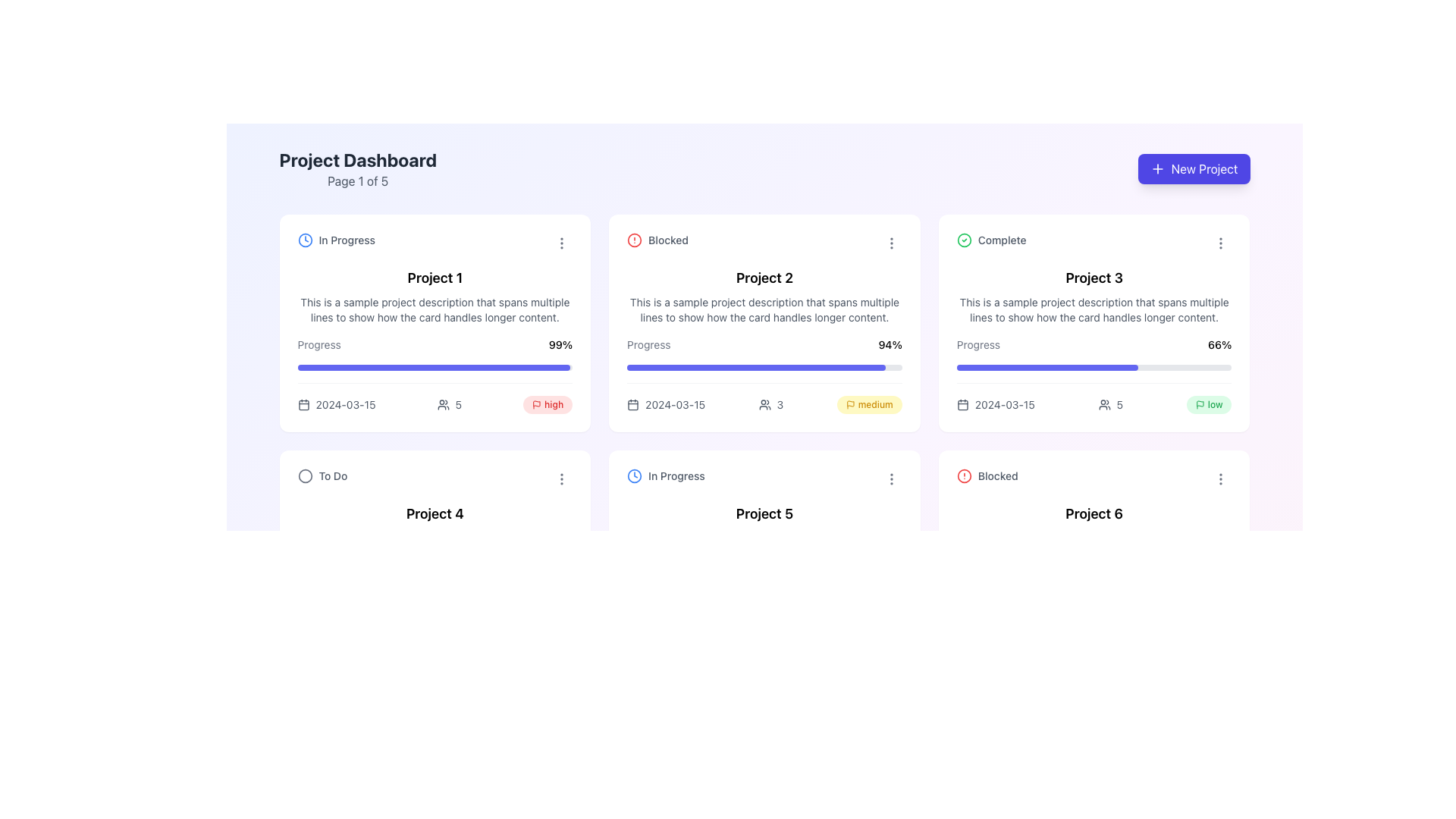  What do you see at coordinates (1094, 368) in the screenshot?
I see `the progress bar indicating 66% completion for 'Project 3' located in the third column of the top row, beneath the 'Progress' label` at bounding box center [1094, 368].